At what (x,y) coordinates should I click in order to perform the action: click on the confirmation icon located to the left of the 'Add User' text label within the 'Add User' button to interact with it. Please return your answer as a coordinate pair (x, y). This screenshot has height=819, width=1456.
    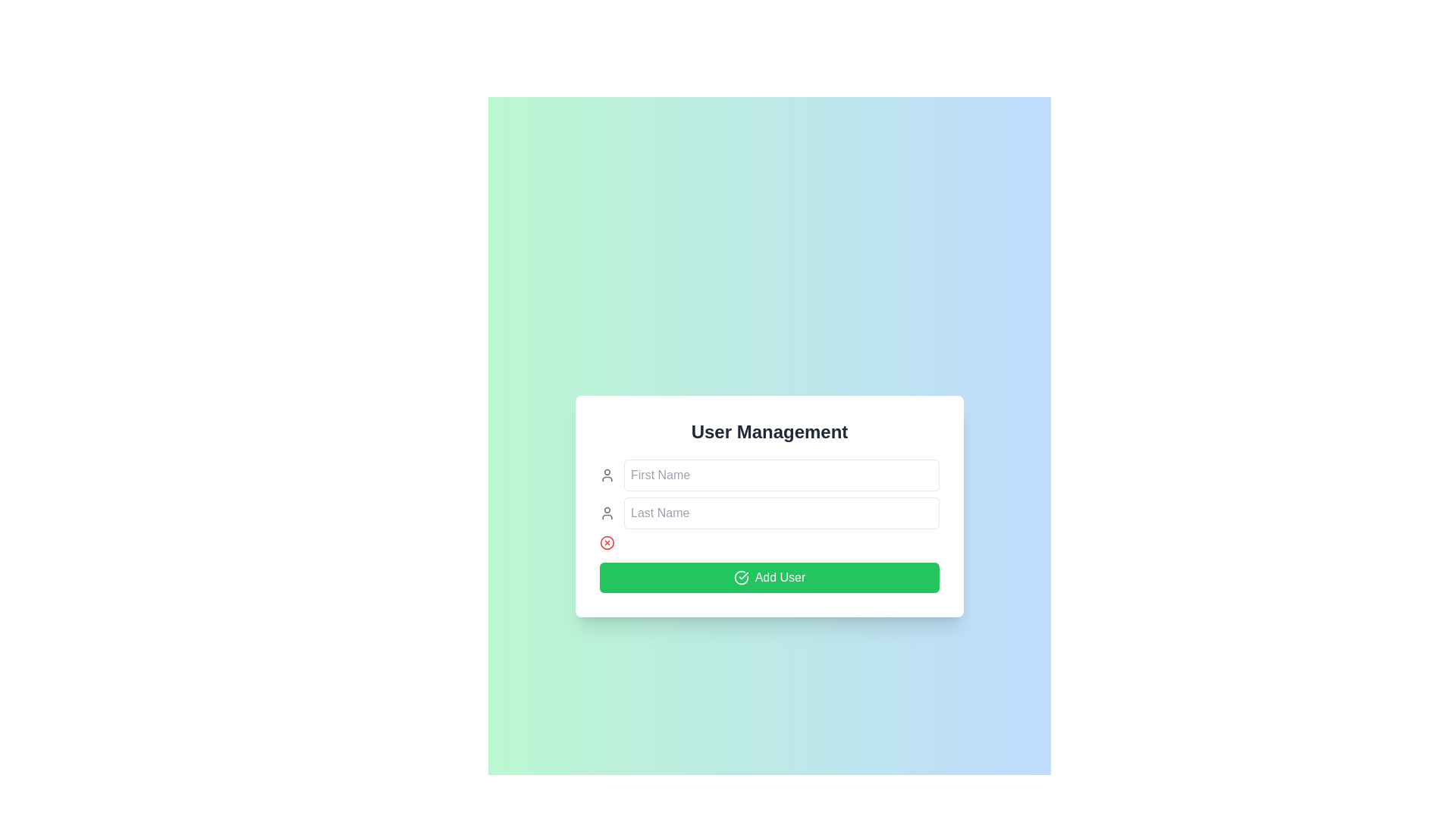
    Looking at the image, I should click on (741, 578).